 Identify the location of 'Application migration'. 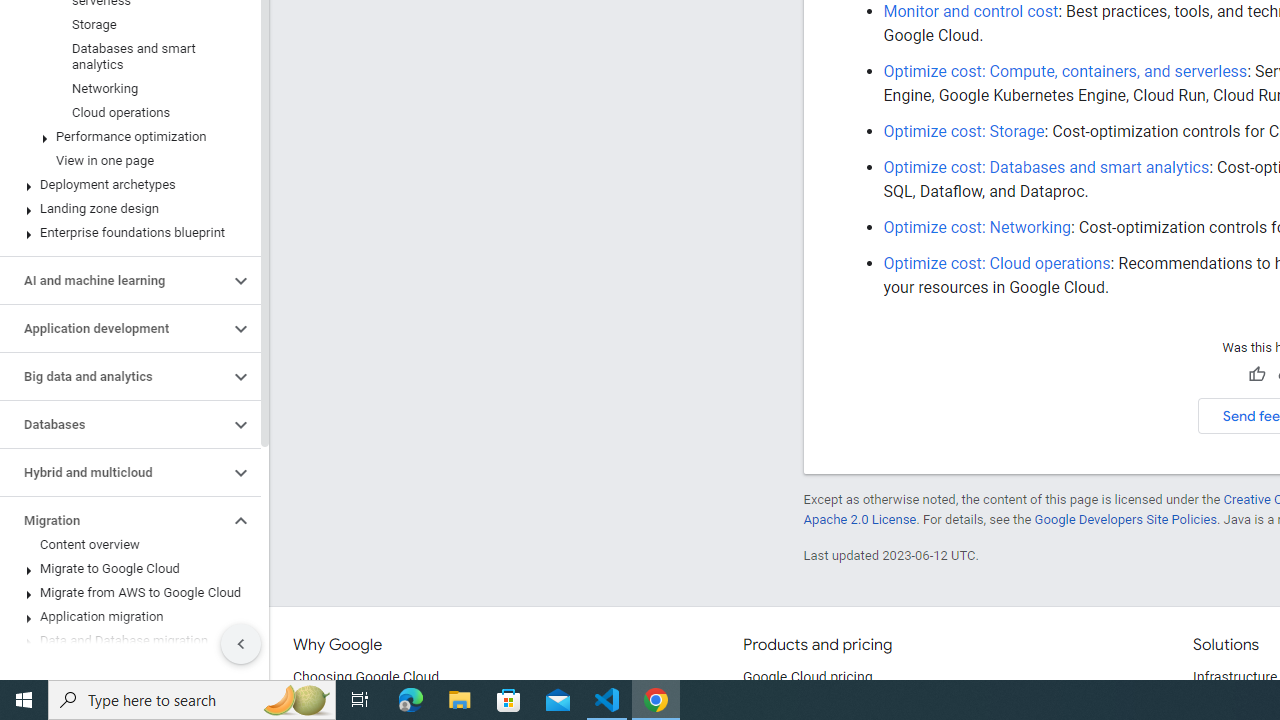
(125, 616).